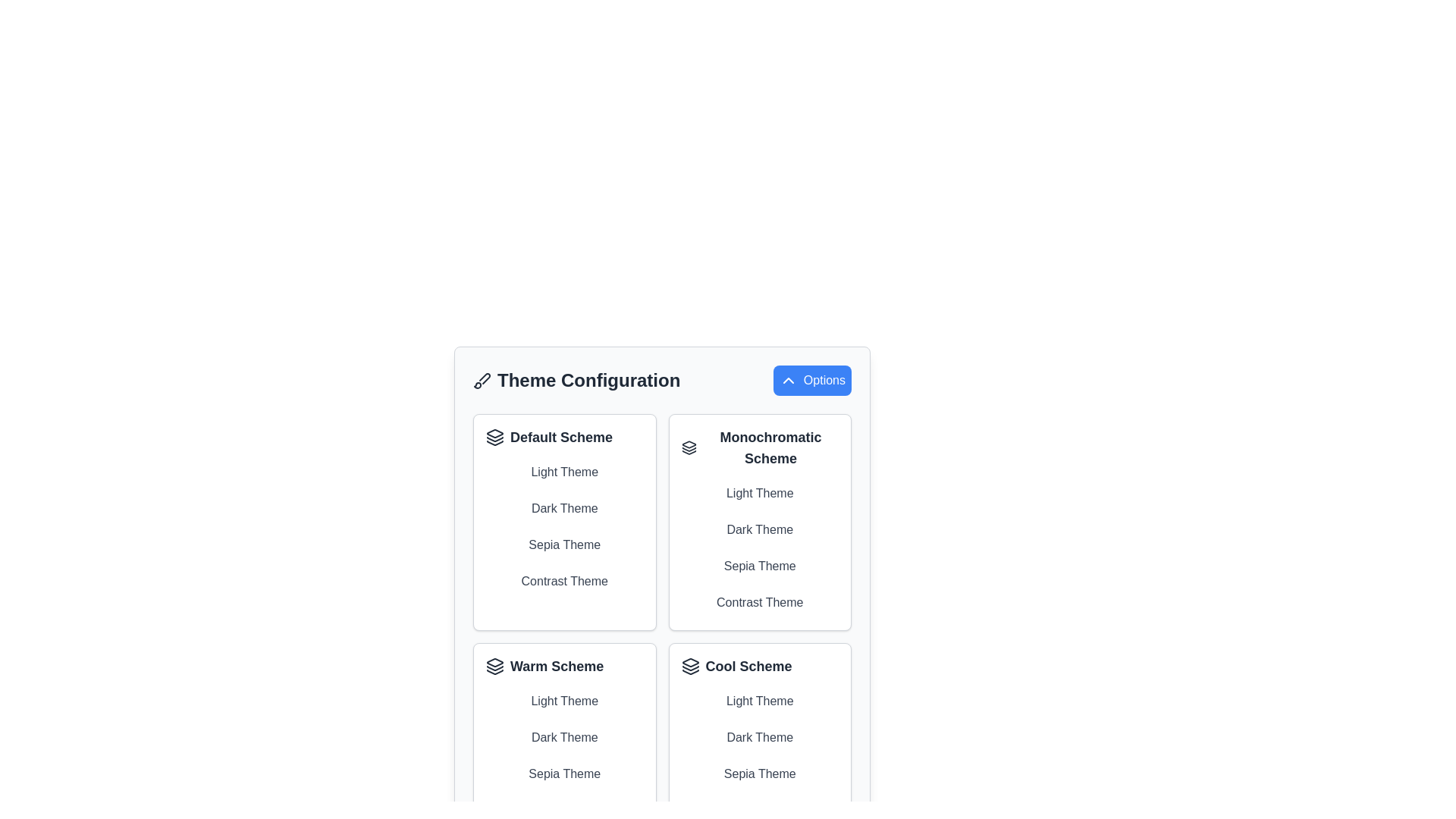  What do you see at coordinates (760, 529) in the screenshot?
I see `the 'Dark Theme' button-like label, which is a rectangular text label with medium gray font on a white background, positioned below the 'Light Theme' option in the 'Monochromatic Scheme' section` at bounding box center [760, 529].